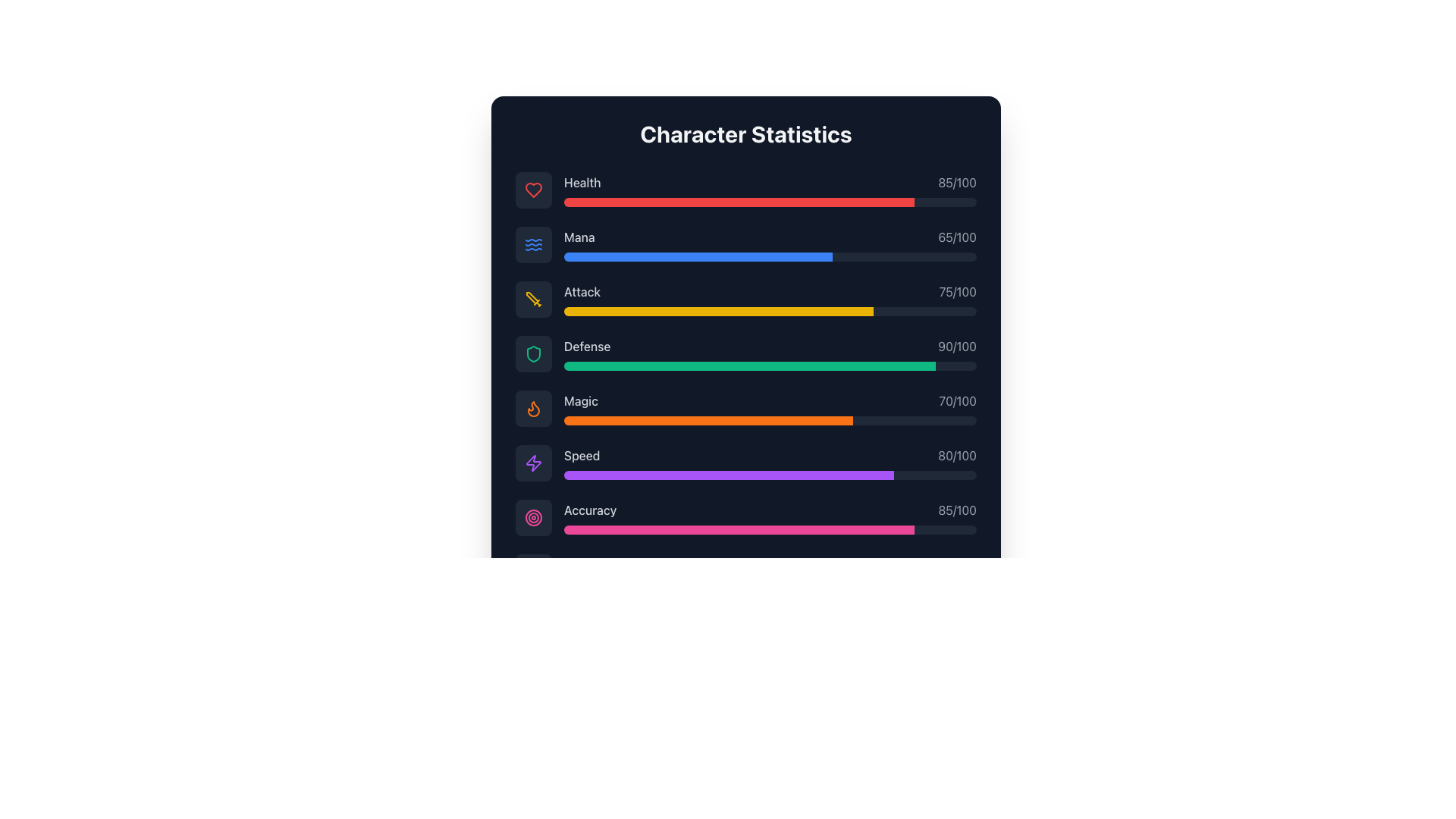 The height and width of the screenshot is (819, 1456). I want to click on the 'Attack' icon represented by a sword, which is located in the third row from the top, to the left of the text 'Attack' and its progress bar, so click(534, 299).